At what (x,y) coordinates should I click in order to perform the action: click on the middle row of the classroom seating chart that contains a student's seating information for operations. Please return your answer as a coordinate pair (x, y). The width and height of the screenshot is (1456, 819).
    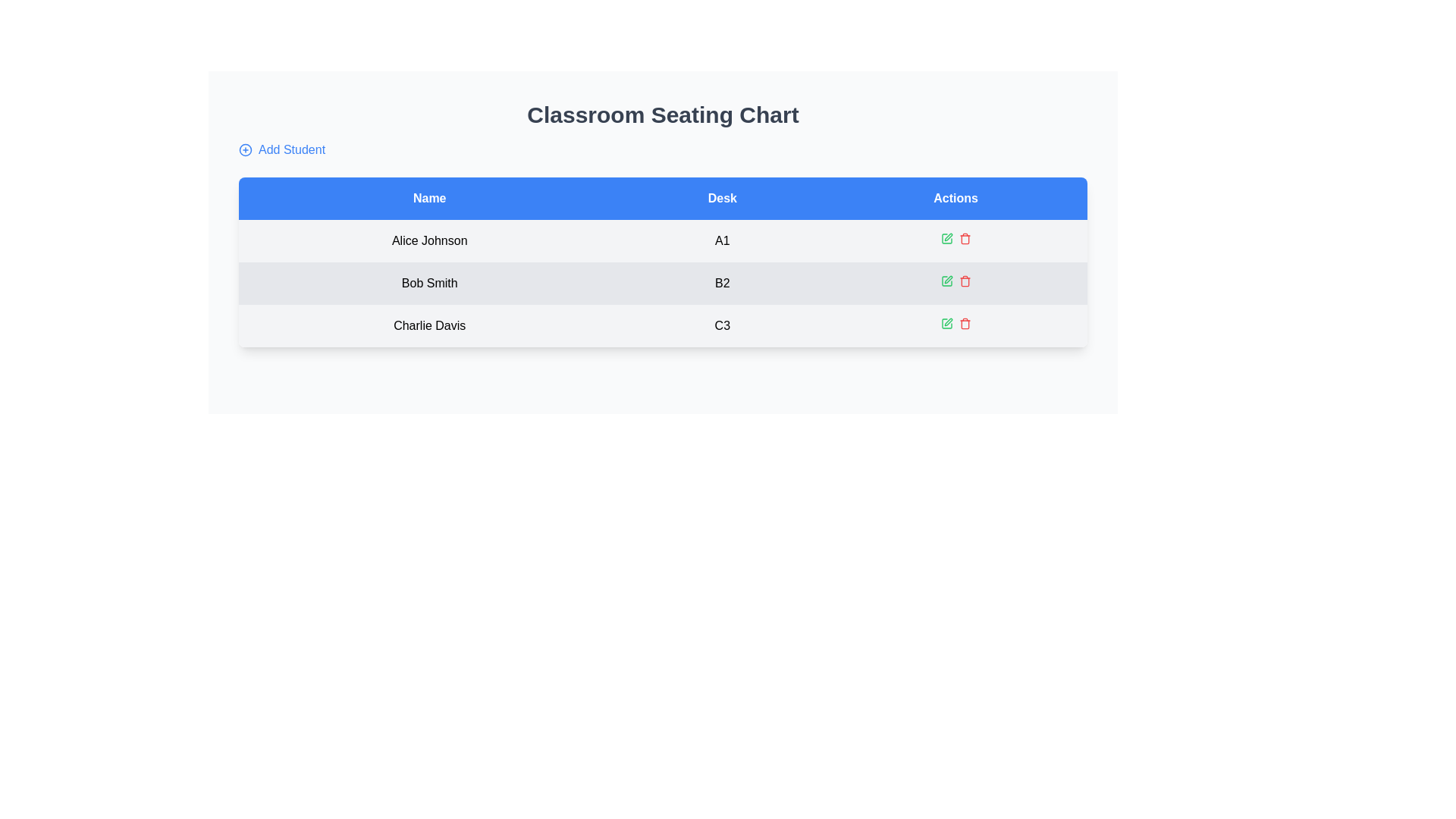
    Looking at the image, I should click on (663, 284).